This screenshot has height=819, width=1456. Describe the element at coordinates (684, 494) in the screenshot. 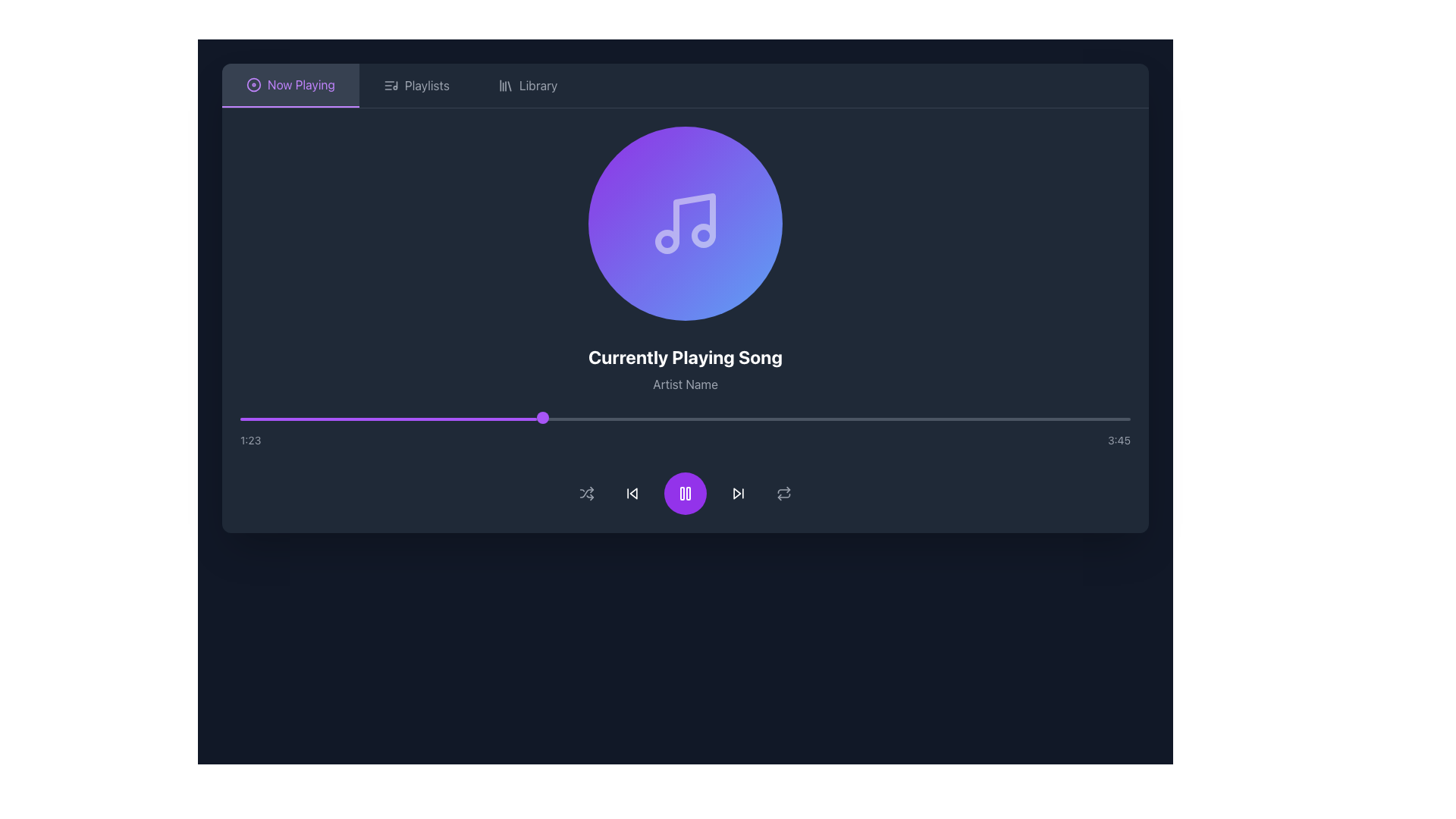

I see `the pause button located centrally at the bottom of the interface, which is the middle button among a row of circular buttons for media playback controls` at that location.